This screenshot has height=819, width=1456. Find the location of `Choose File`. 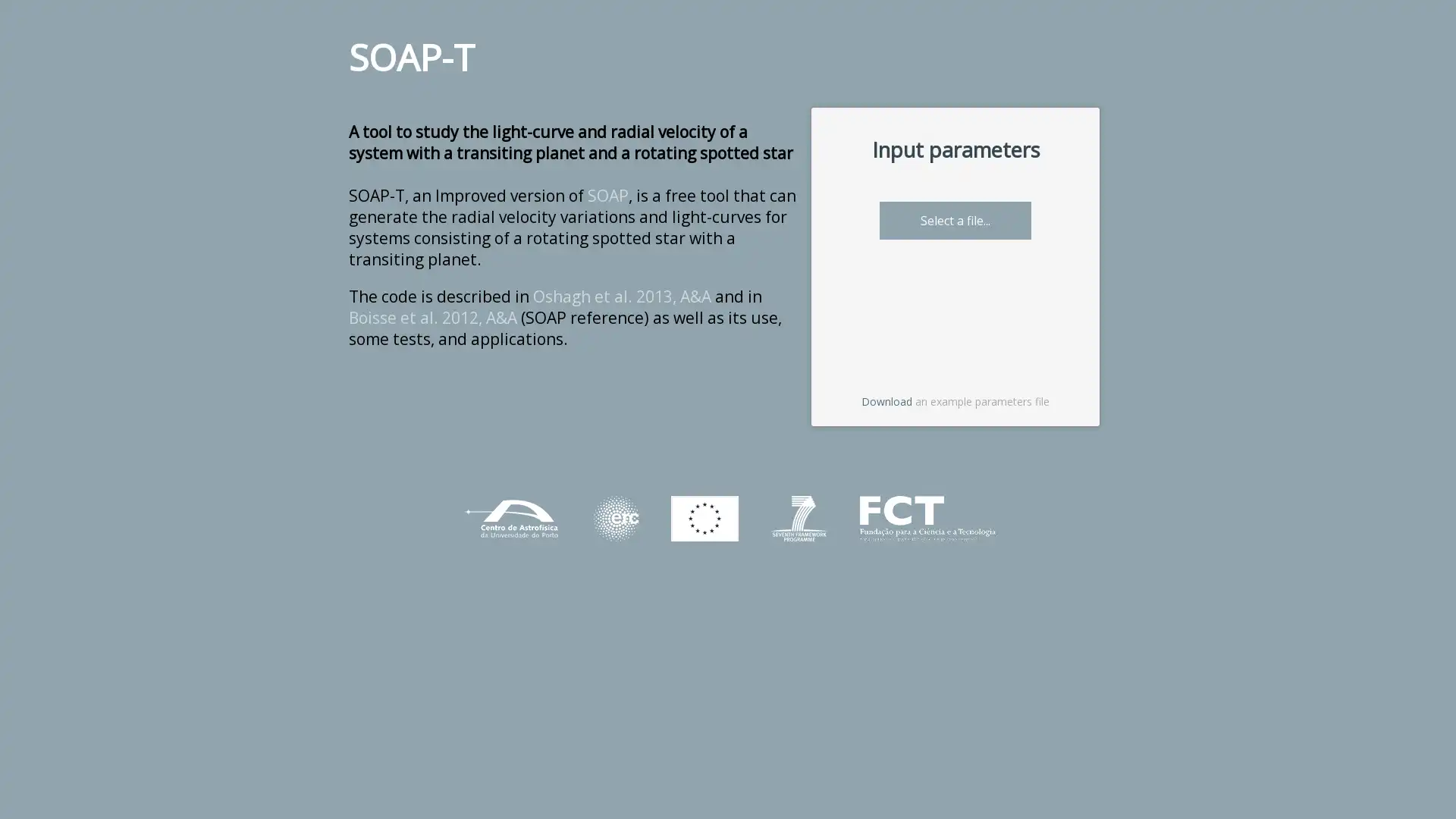

Choose File is located at coordinates (912, 220).